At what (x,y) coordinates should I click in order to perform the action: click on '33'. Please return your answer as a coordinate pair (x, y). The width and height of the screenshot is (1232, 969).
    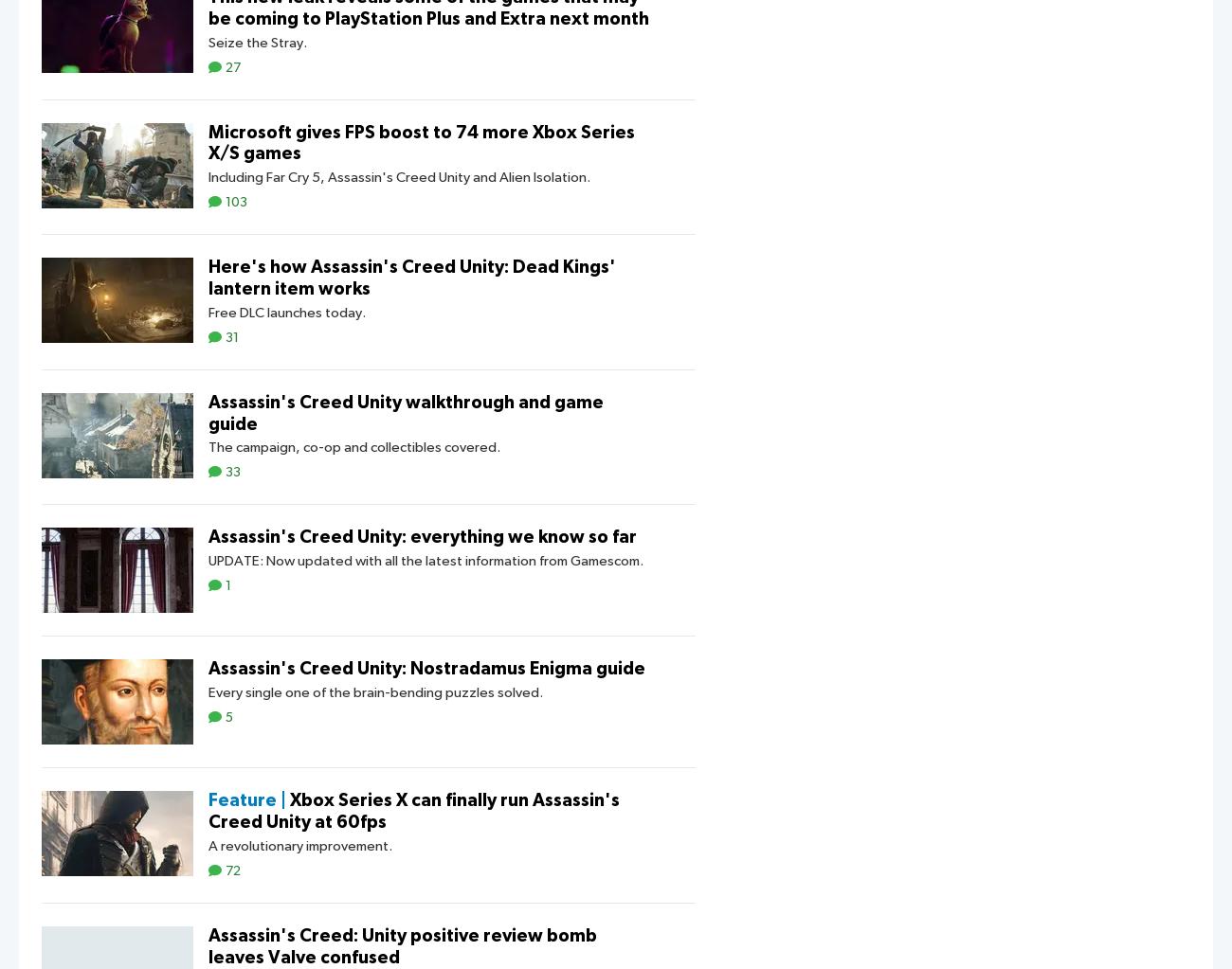
    Looking at the image, I should click on (231, 473).